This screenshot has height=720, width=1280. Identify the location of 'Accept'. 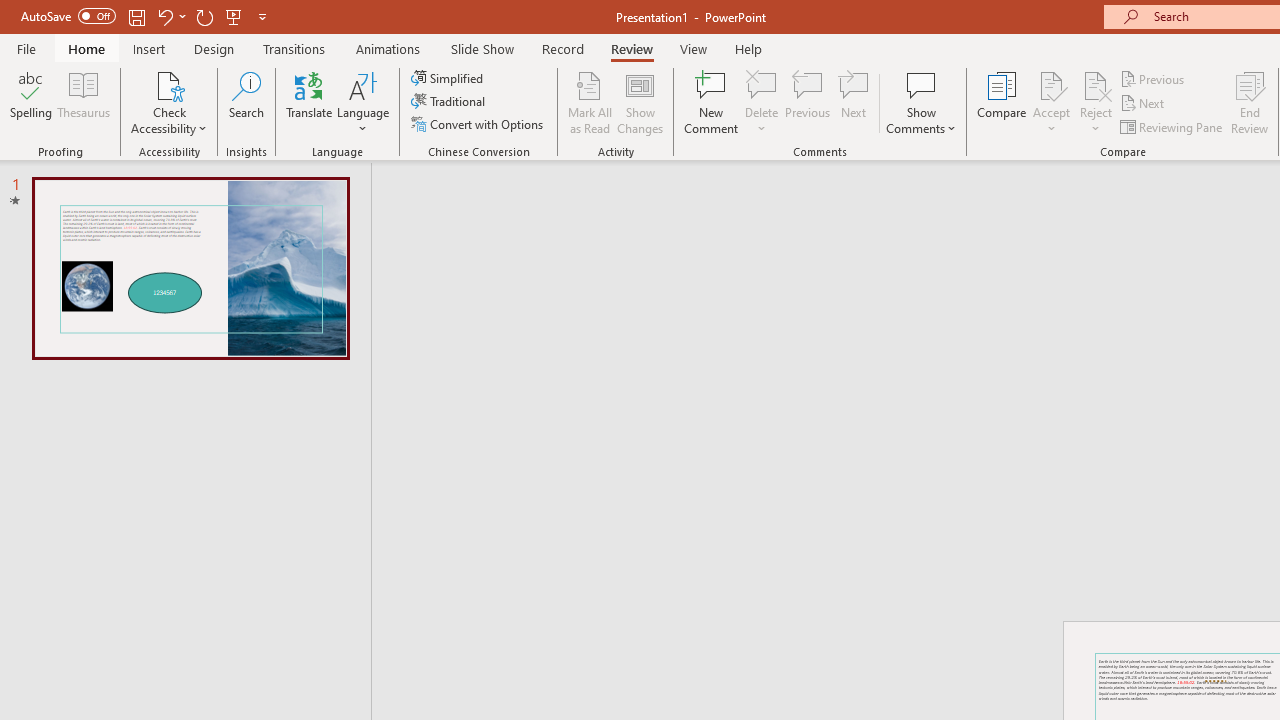
(1050, 103).